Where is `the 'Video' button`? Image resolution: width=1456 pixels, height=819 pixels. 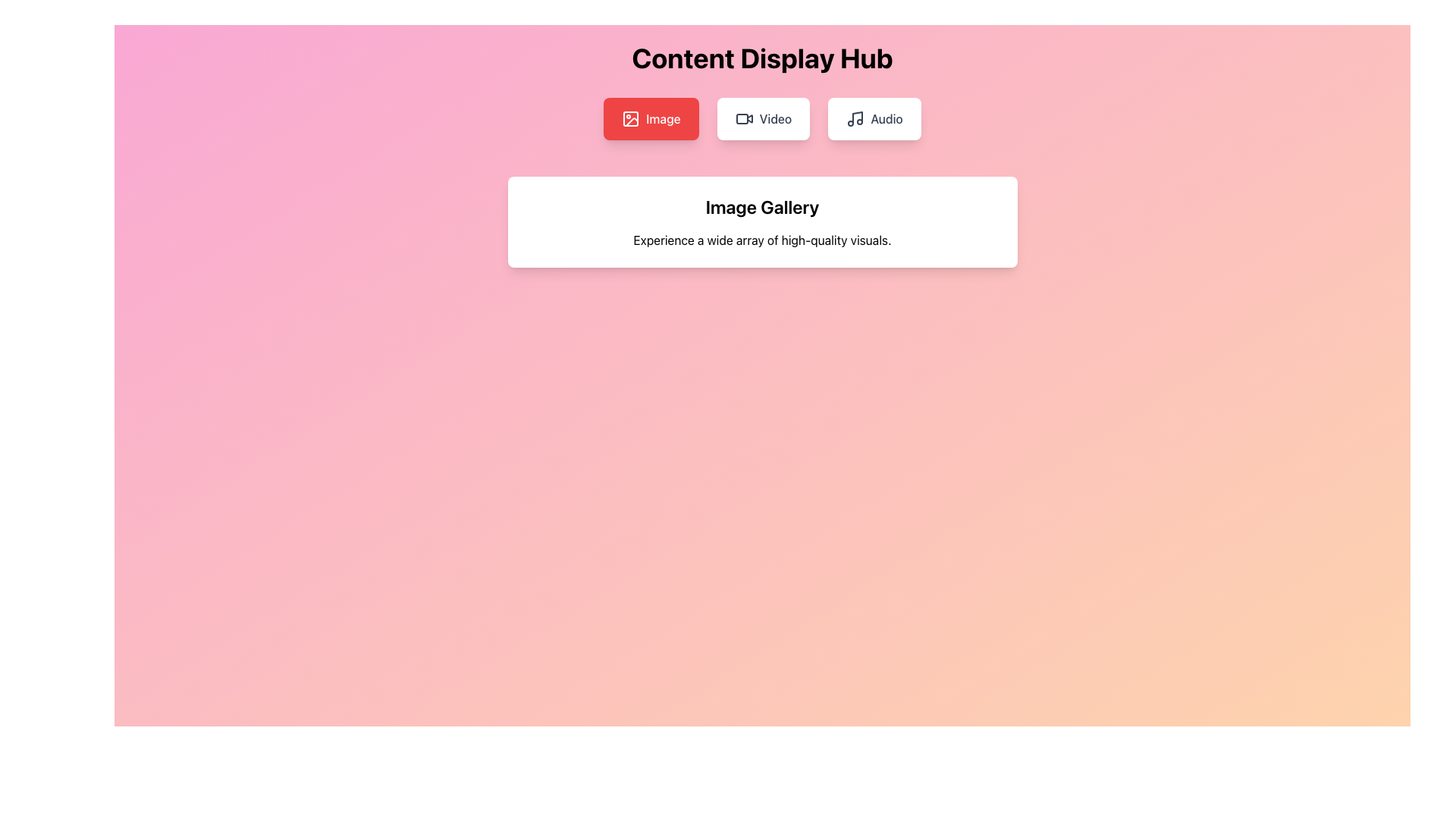 the 'Video' button is located at coordinates (762, 118).